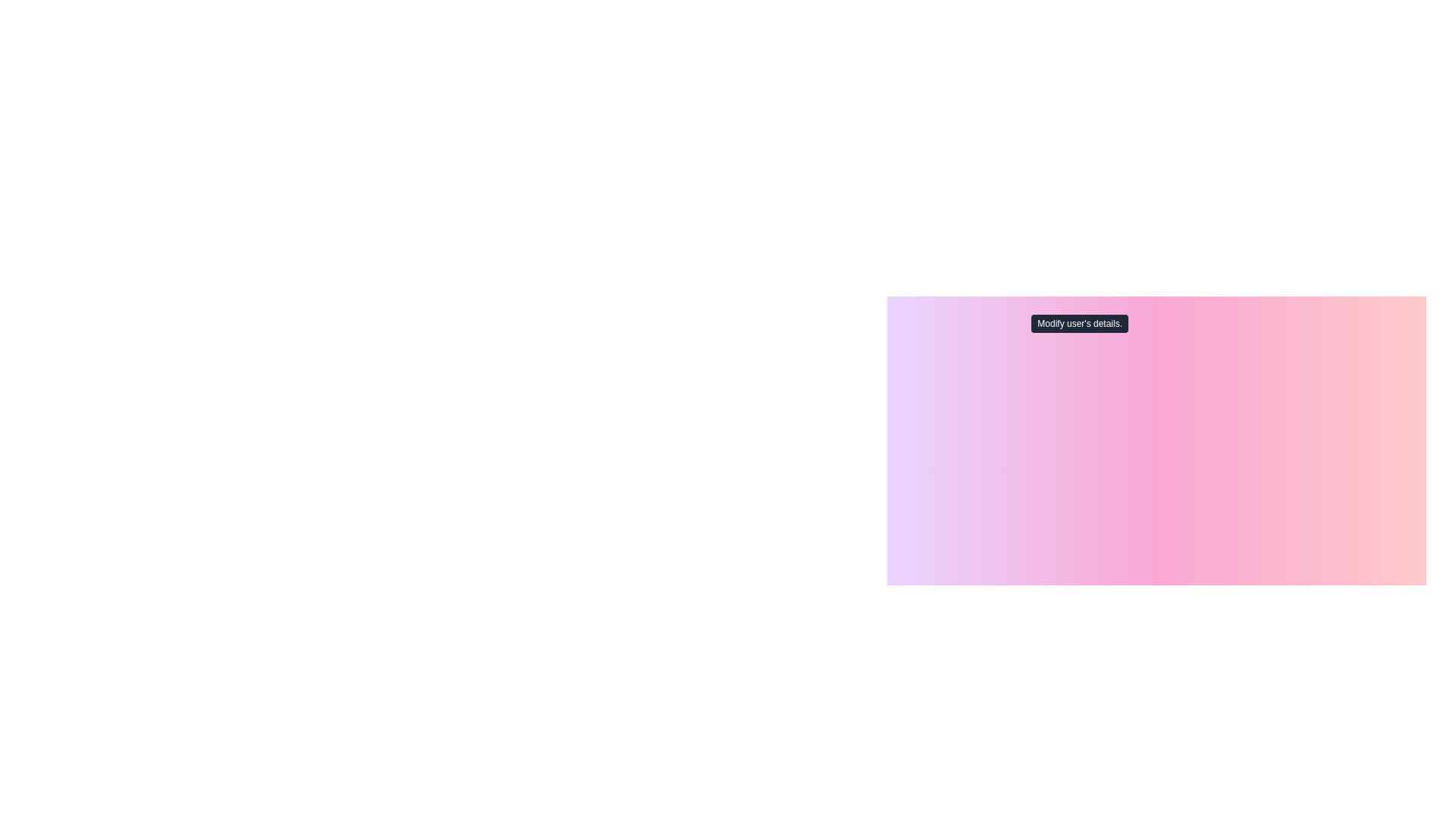 This screenshot has height=819, width=1456. What do you see at coordinates (1079, 323) in the screenshot?
I see `the tooltip displaying 'Modify user's details.' which is located directly above the 'Edit Profile' button` at bounding box center [1079, 323].